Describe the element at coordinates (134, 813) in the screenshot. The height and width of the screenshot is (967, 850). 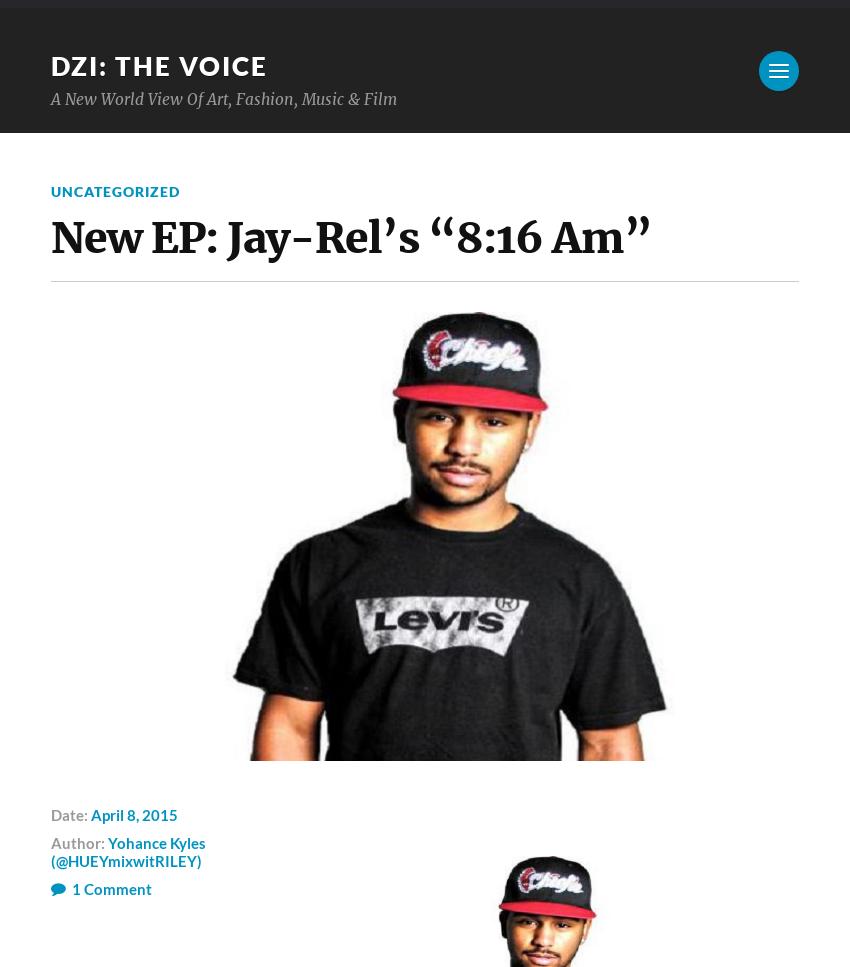
I see `'April 8, 2015'` at that location.